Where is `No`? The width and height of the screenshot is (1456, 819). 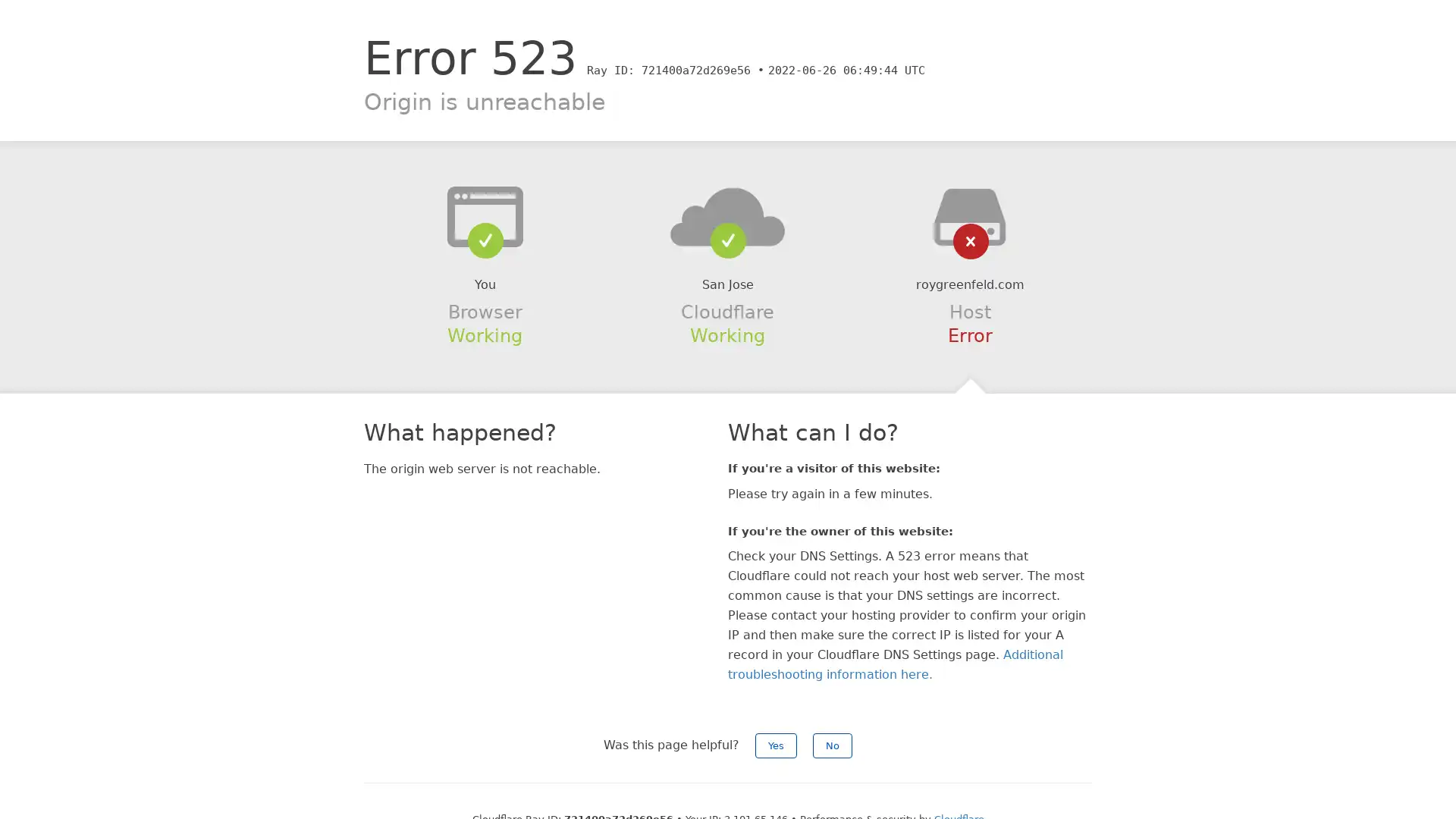 No is located at coordinates (832, 745).